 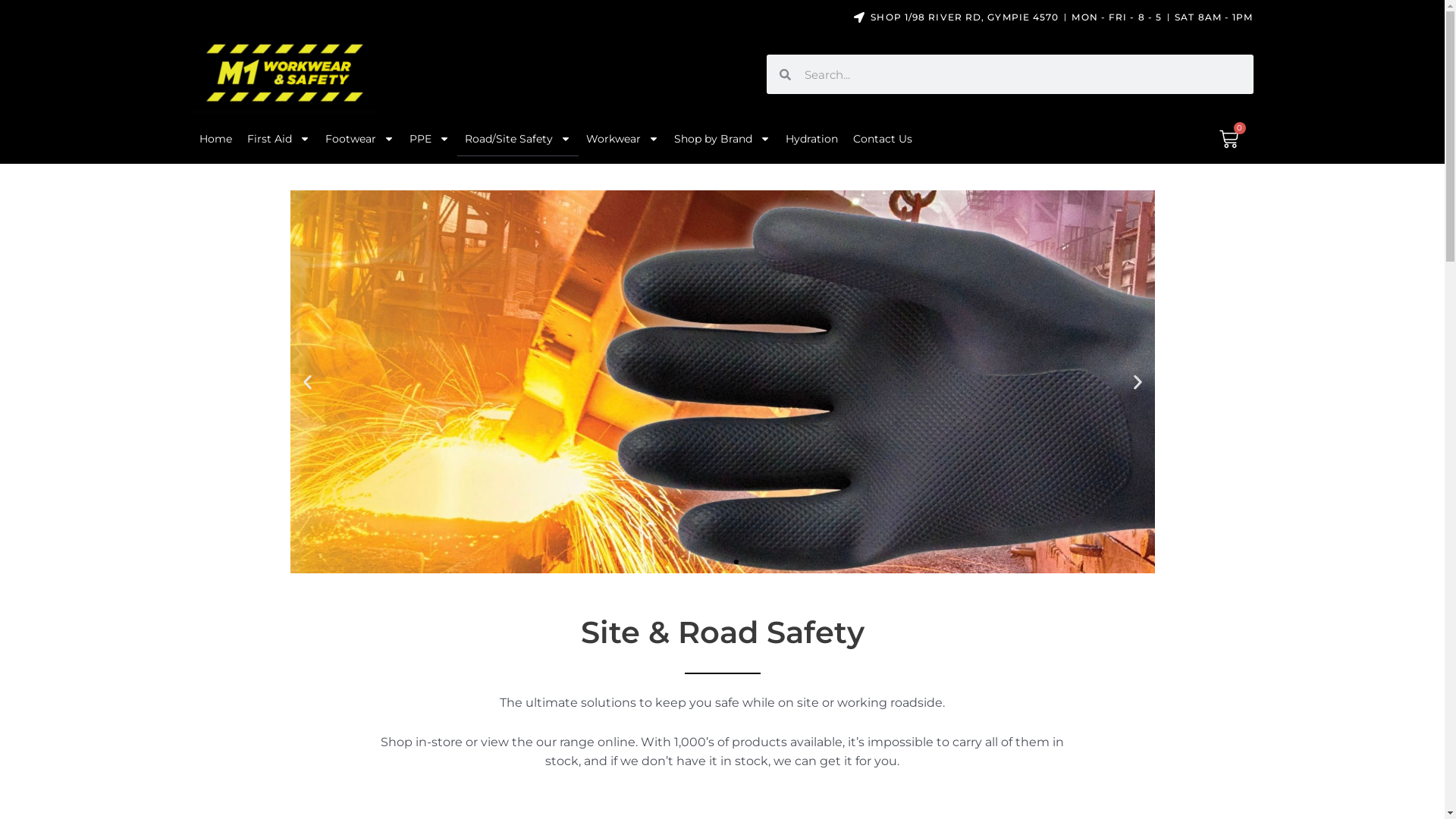 I want to click on 'Hydration', so click(x=811, y=138).